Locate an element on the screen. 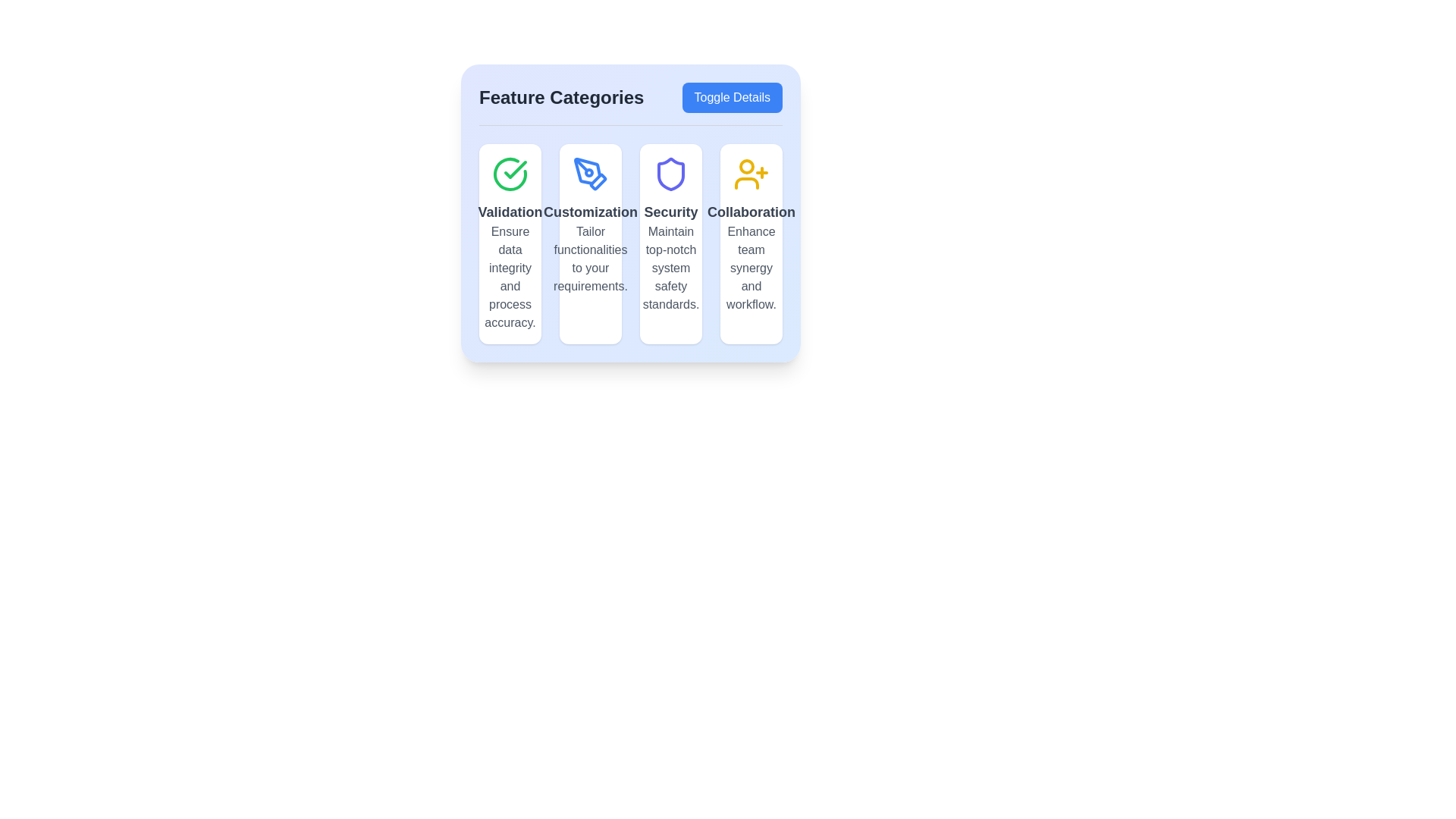 This screenshot has width=1456, height=819. the shield icon element is located at coordinates (670, 174).